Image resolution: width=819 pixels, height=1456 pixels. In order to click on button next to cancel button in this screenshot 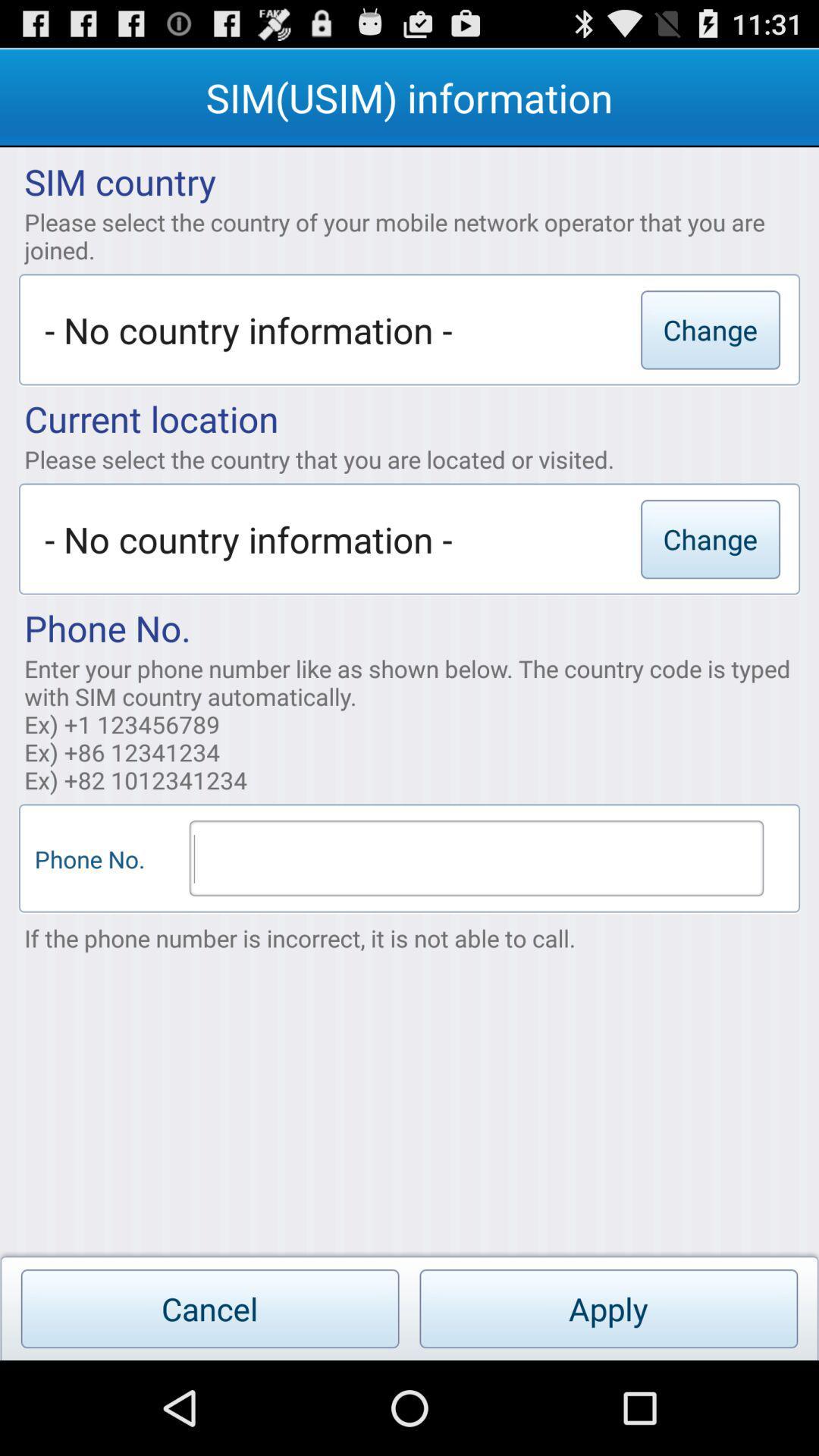, I will do `click(607, 1308)`.